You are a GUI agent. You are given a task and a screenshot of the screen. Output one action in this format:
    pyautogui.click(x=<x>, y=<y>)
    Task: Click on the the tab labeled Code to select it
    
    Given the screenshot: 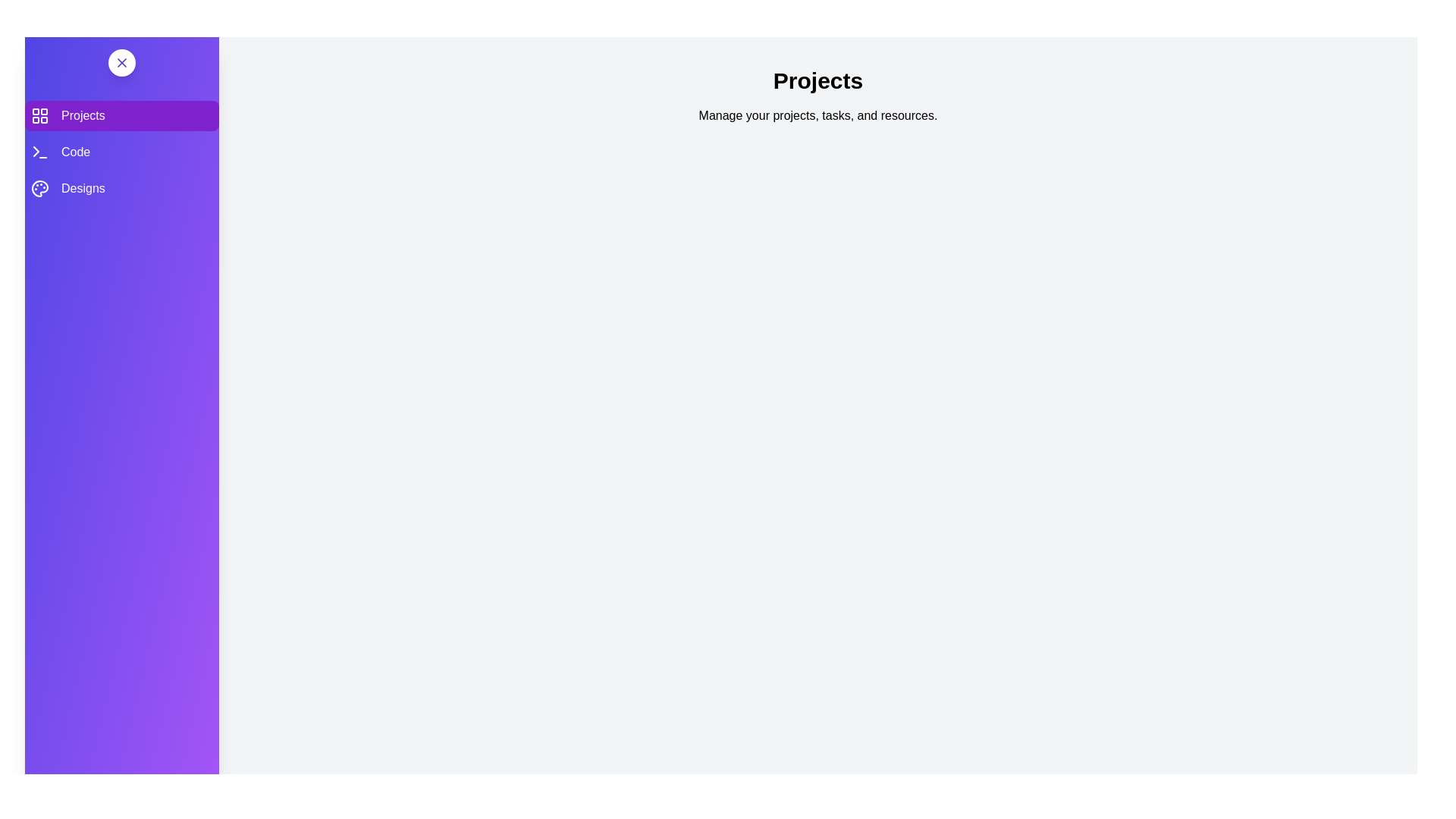 What is the action you would take?
    pyautogui.click(x=122, y=152)
    